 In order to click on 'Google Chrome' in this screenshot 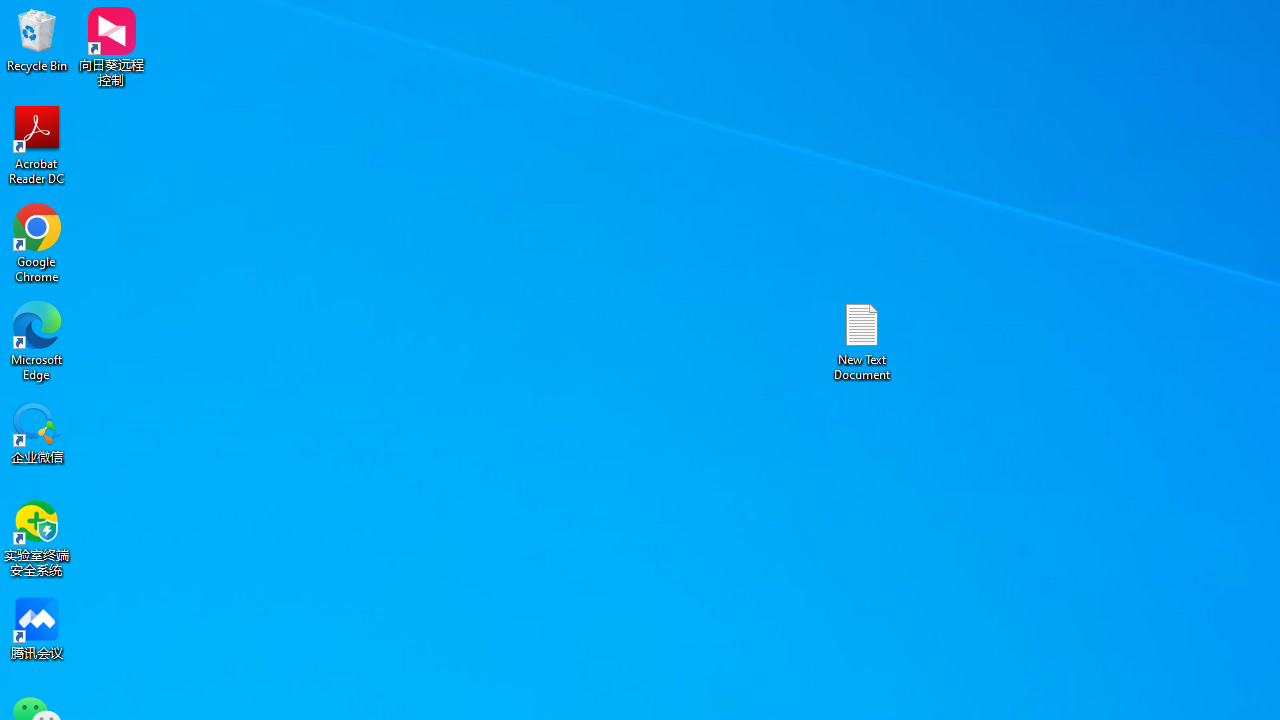, I will do `click(37, 242)`.